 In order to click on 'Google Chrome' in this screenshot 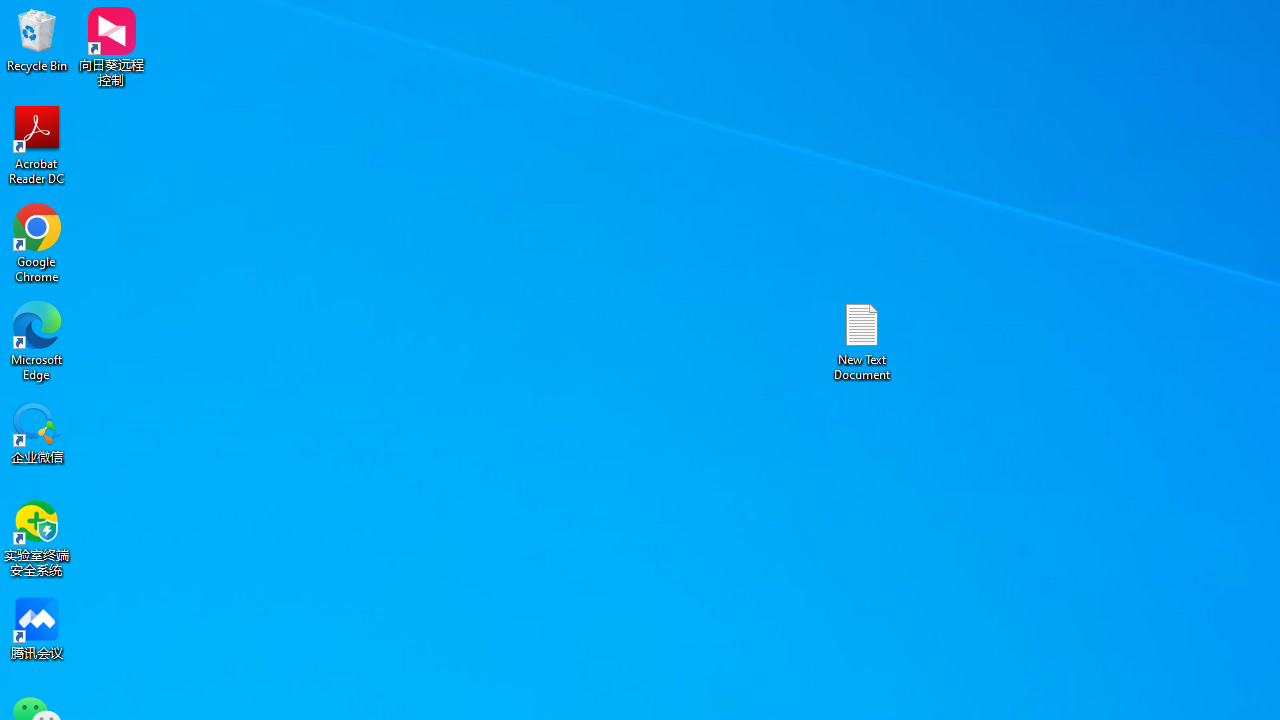, I will do `click(37, 242)`.